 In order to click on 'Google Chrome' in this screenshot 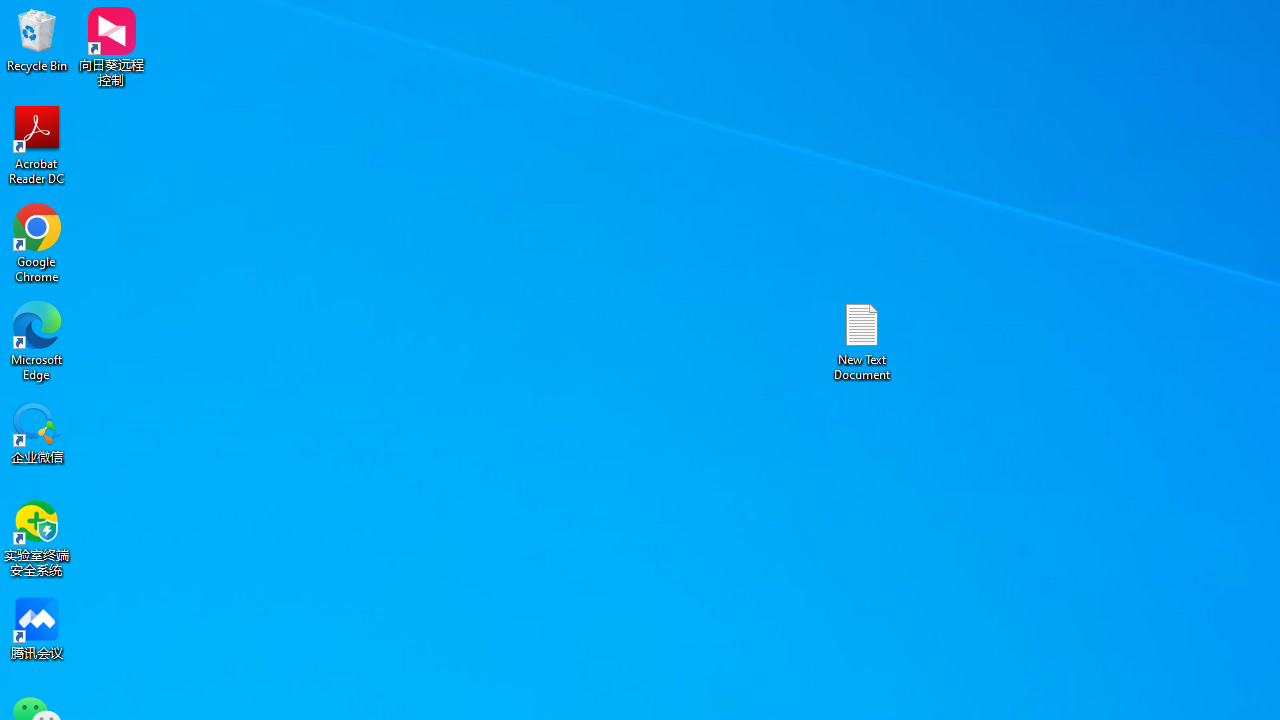, I will do `click(37, 242)`.